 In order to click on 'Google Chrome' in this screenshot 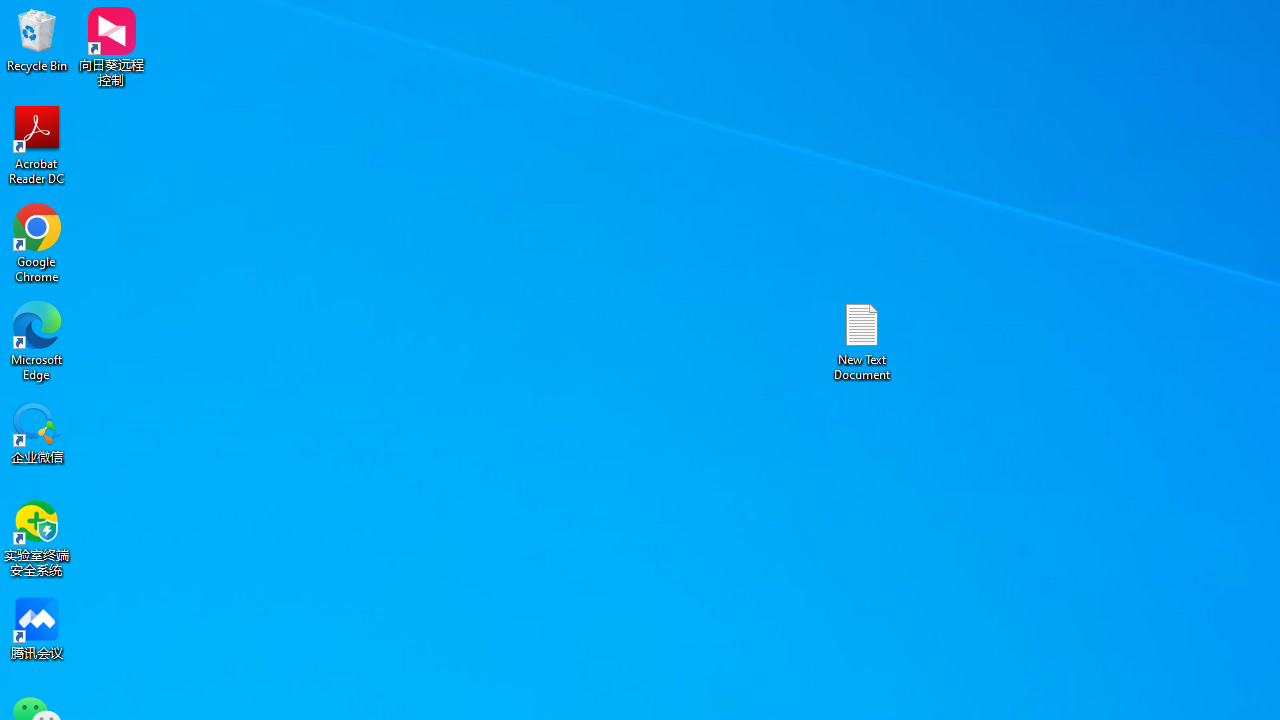, I will do `click(37, 242)`.